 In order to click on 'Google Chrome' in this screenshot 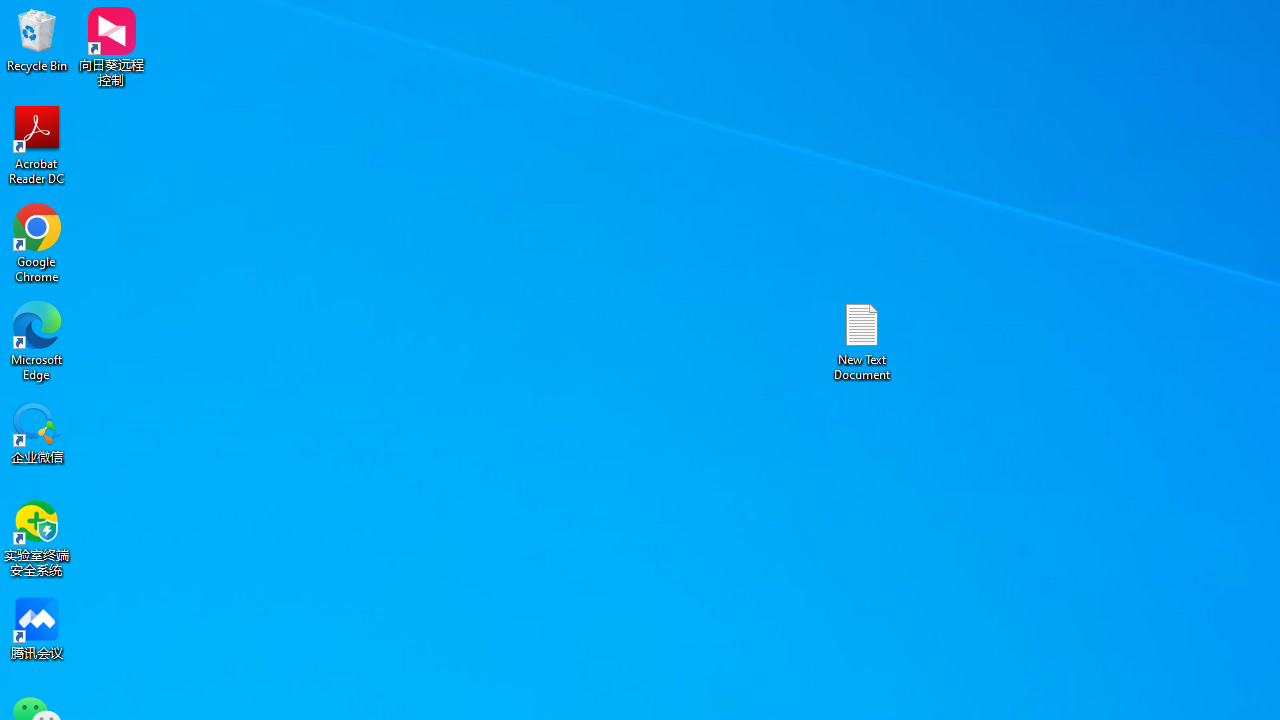, I will do `click(37, 242)`.